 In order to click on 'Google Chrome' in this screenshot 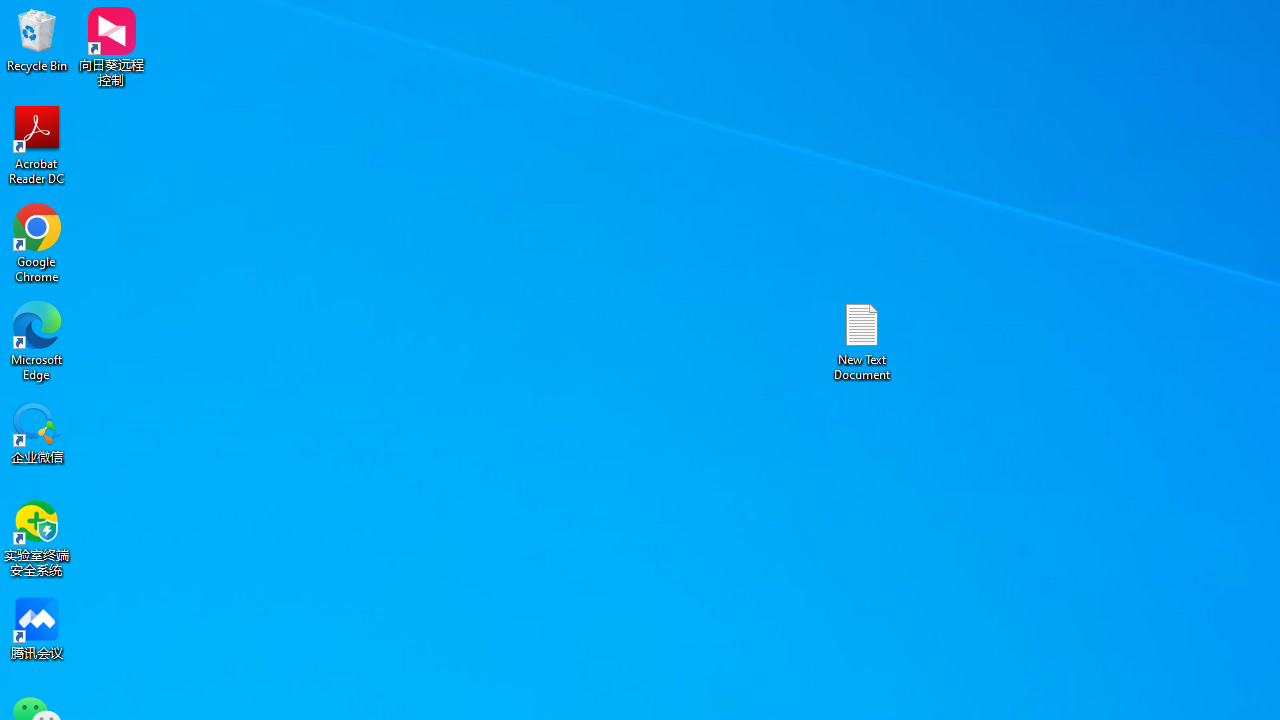, I will do `click(37, 242)`.